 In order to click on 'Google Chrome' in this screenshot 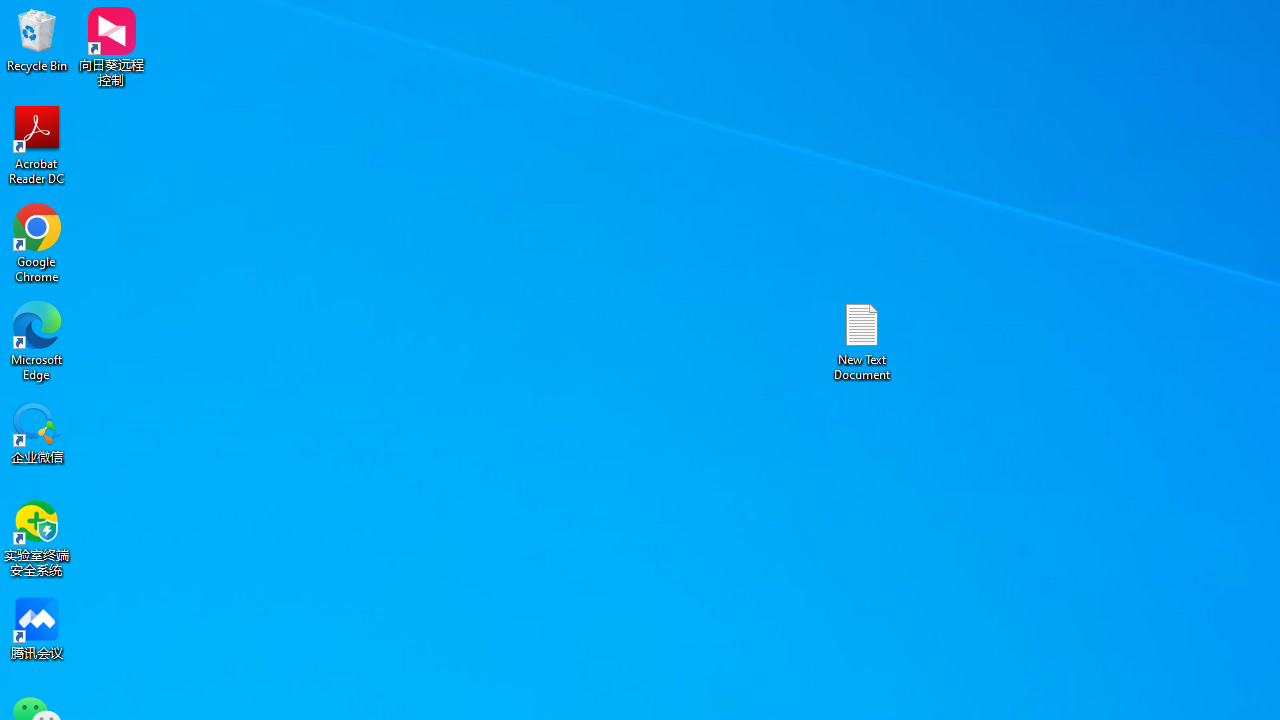, I will do `click(37, 242)`.